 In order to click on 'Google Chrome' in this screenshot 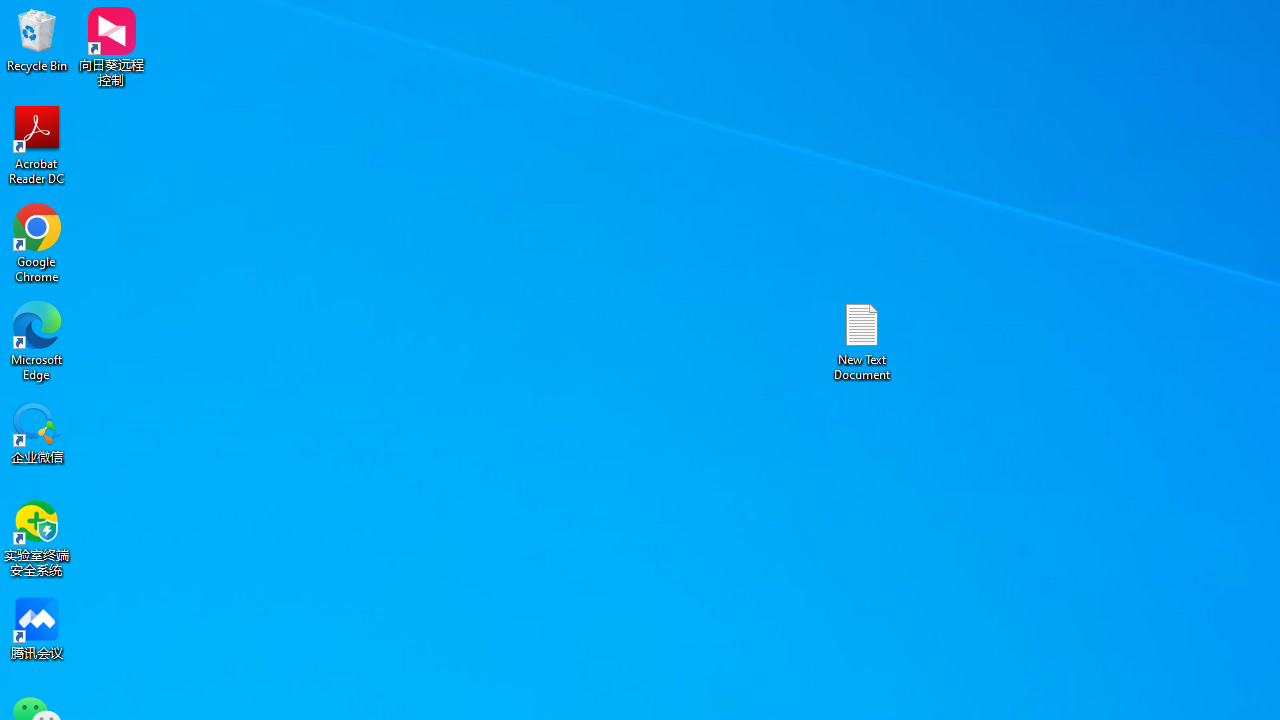, I will do `click(37, 242)`.